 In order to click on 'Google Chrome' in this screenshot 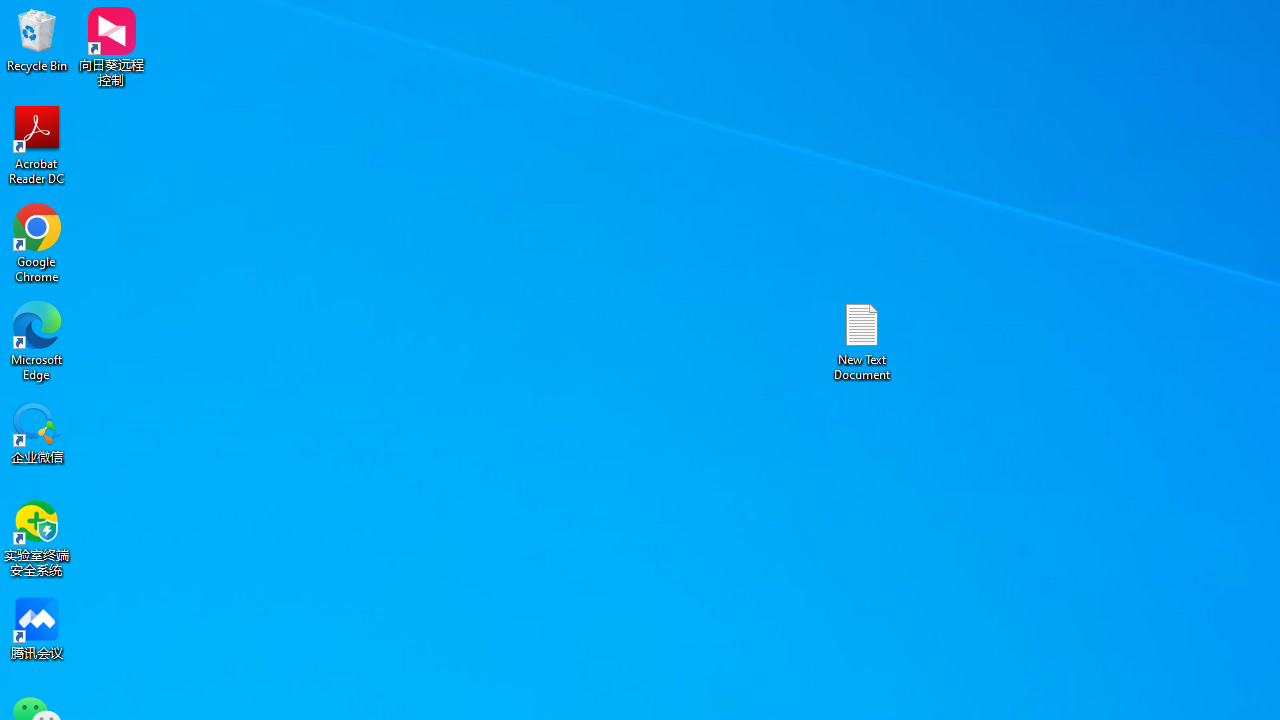, I will do `click(37, 242)`.